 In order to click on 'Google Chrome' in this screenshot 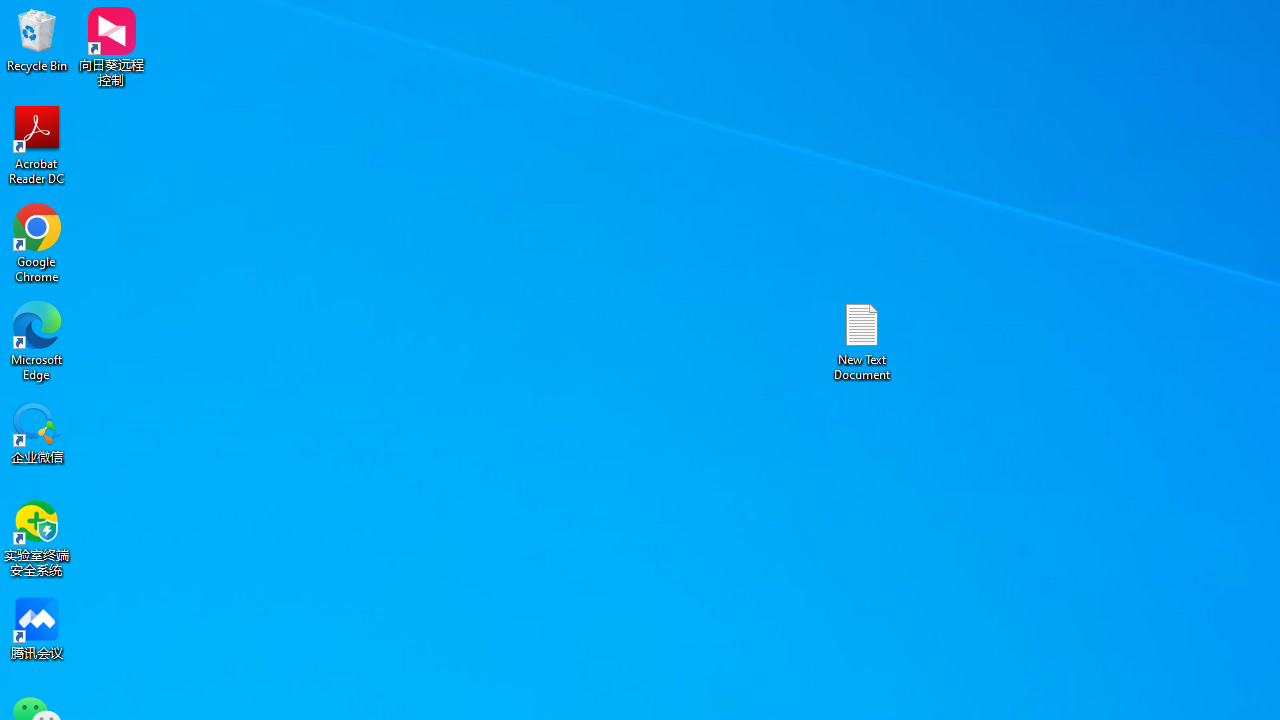, I will do `click(37, 242)`.